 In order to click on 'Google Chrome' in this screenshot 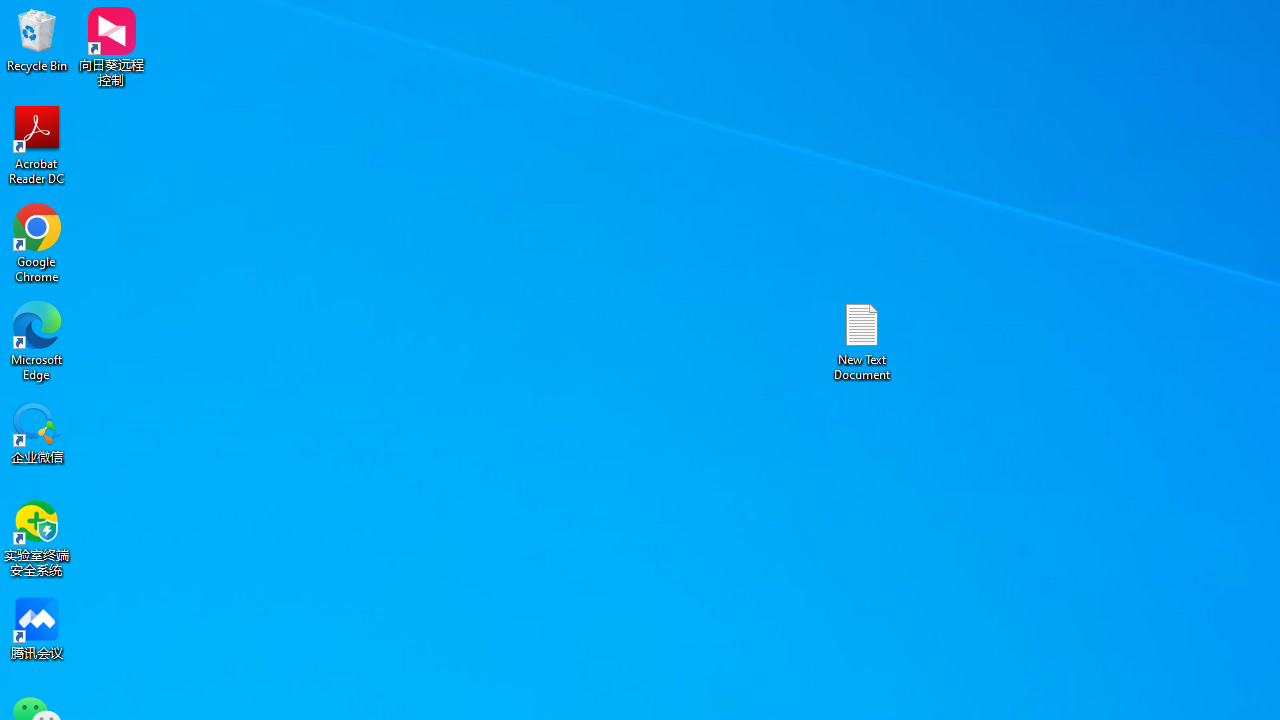, I will do `click(37, 242)`.